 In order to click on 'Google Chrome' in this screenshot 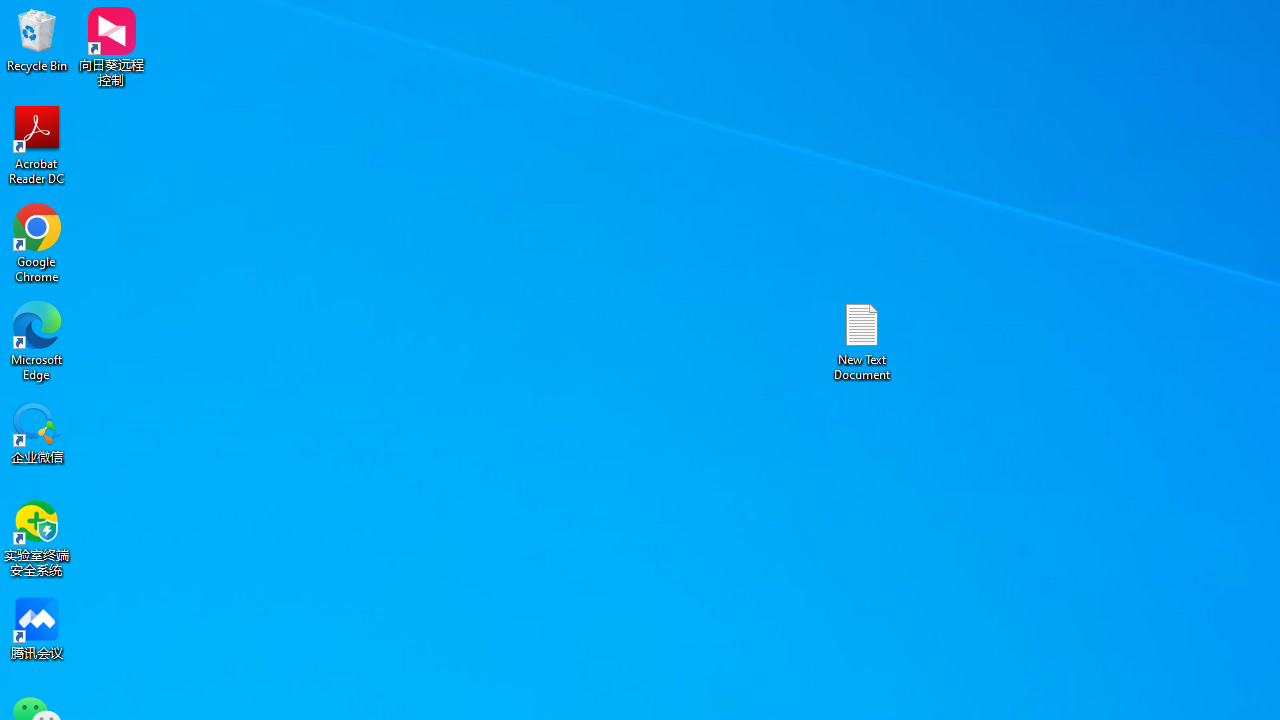, I will do `click(37, 242)`.